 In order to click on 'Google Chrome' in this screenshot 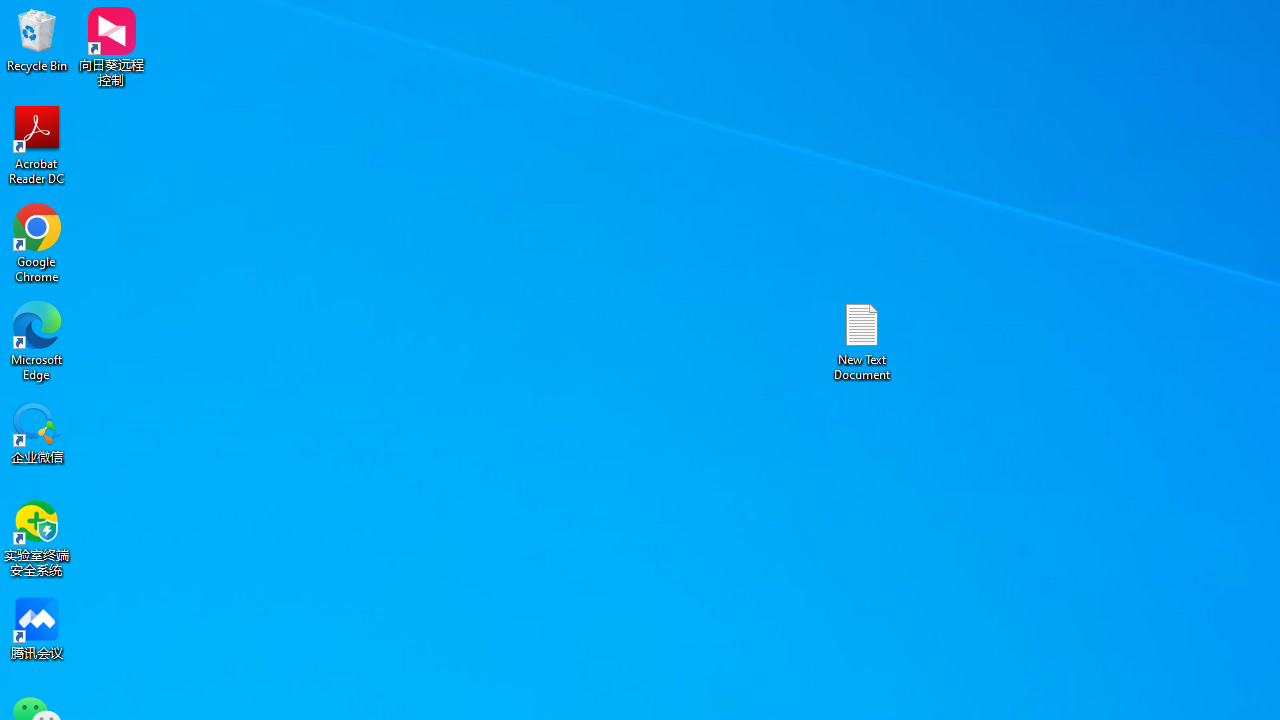, I will do `click(37, 242)`.